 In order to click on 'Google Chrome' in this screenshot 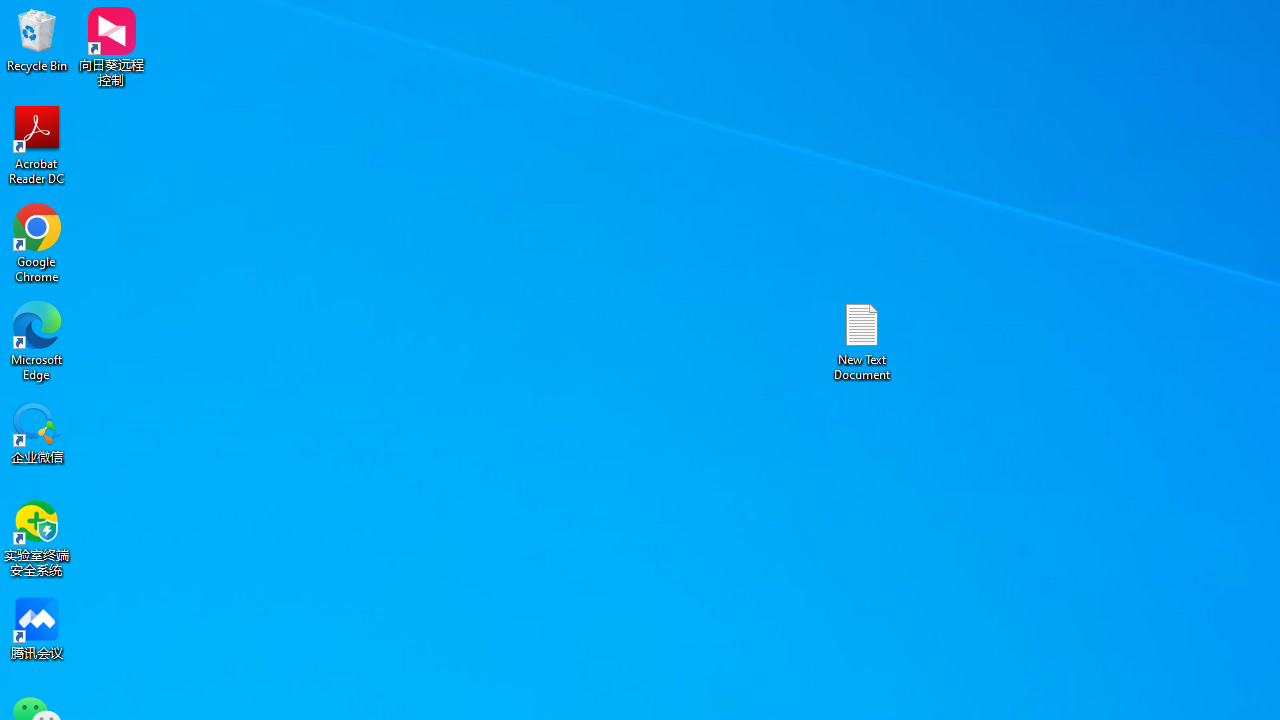, I will do `click(37, 242)`.